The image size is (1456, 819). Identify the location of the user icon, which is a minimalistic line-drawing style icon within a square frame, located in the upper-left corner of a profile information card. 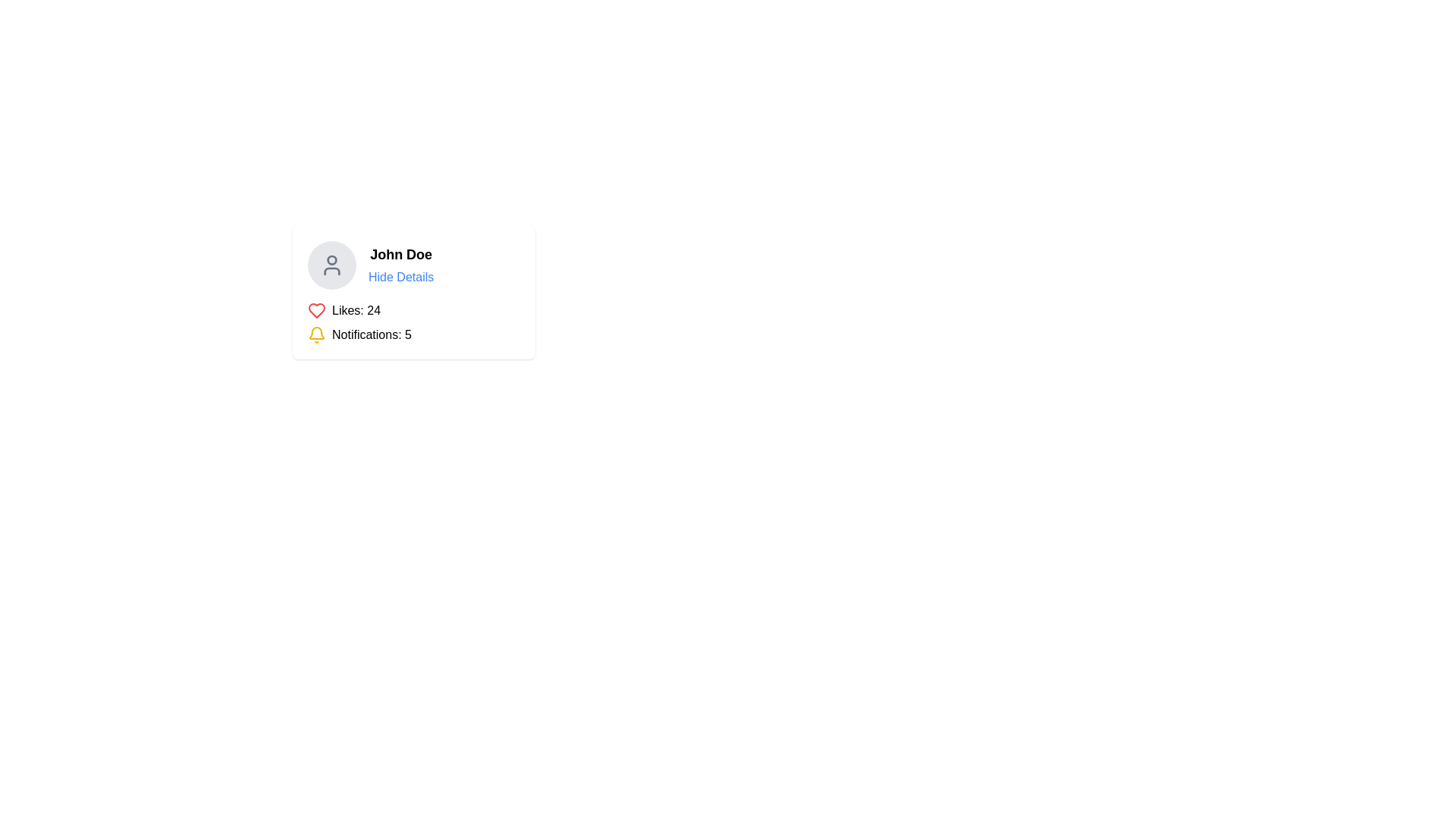
(331, 265).